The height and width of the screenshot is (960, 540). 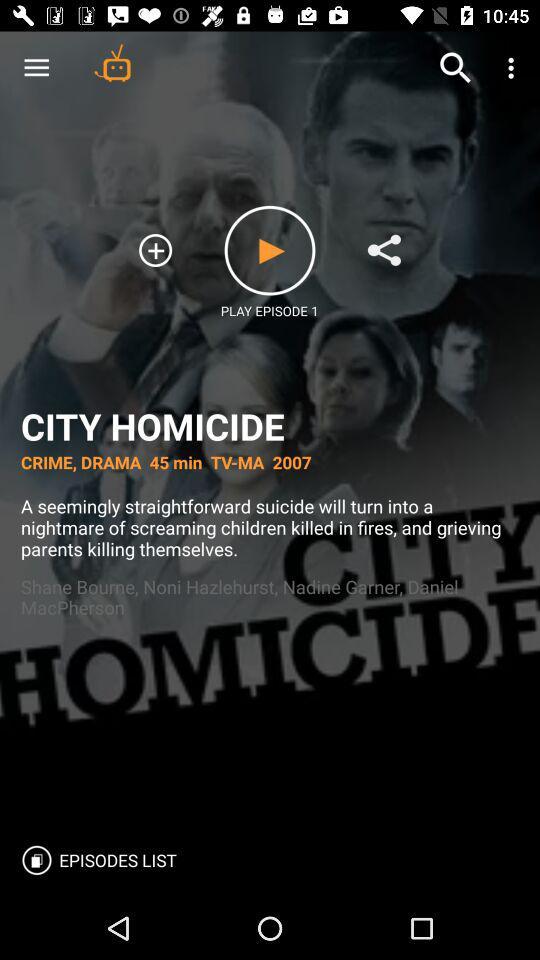 I want to click on share media, so click(x=384, y=249).